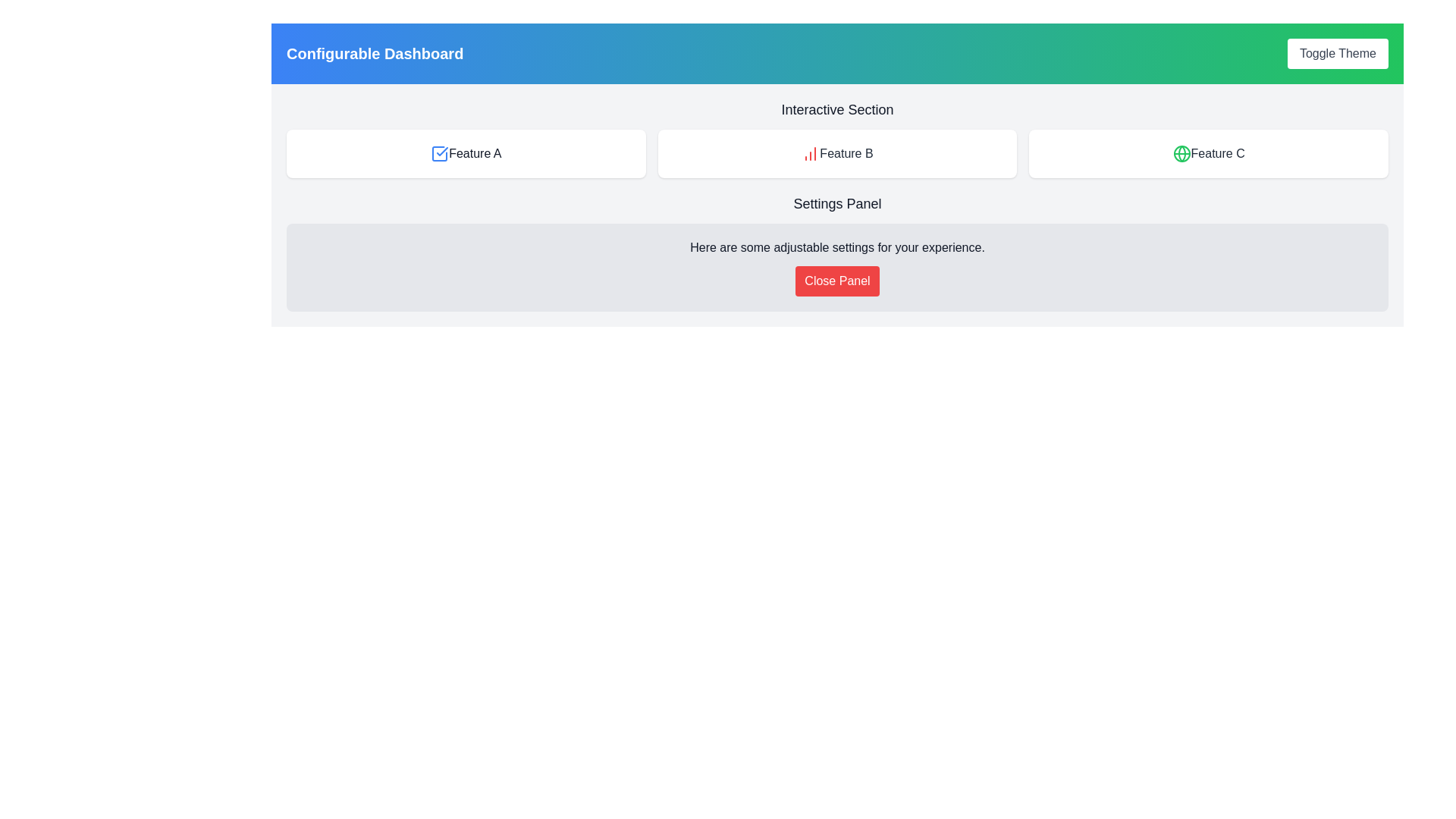 The height and width of the screenshot is (819, 1456). Describe the element at coordinates (836, 281) in the screenshot. I see `the button located beneath the message 'Here are some adjustable settings for your experience.' in the 'Settings Panel'` at that location.